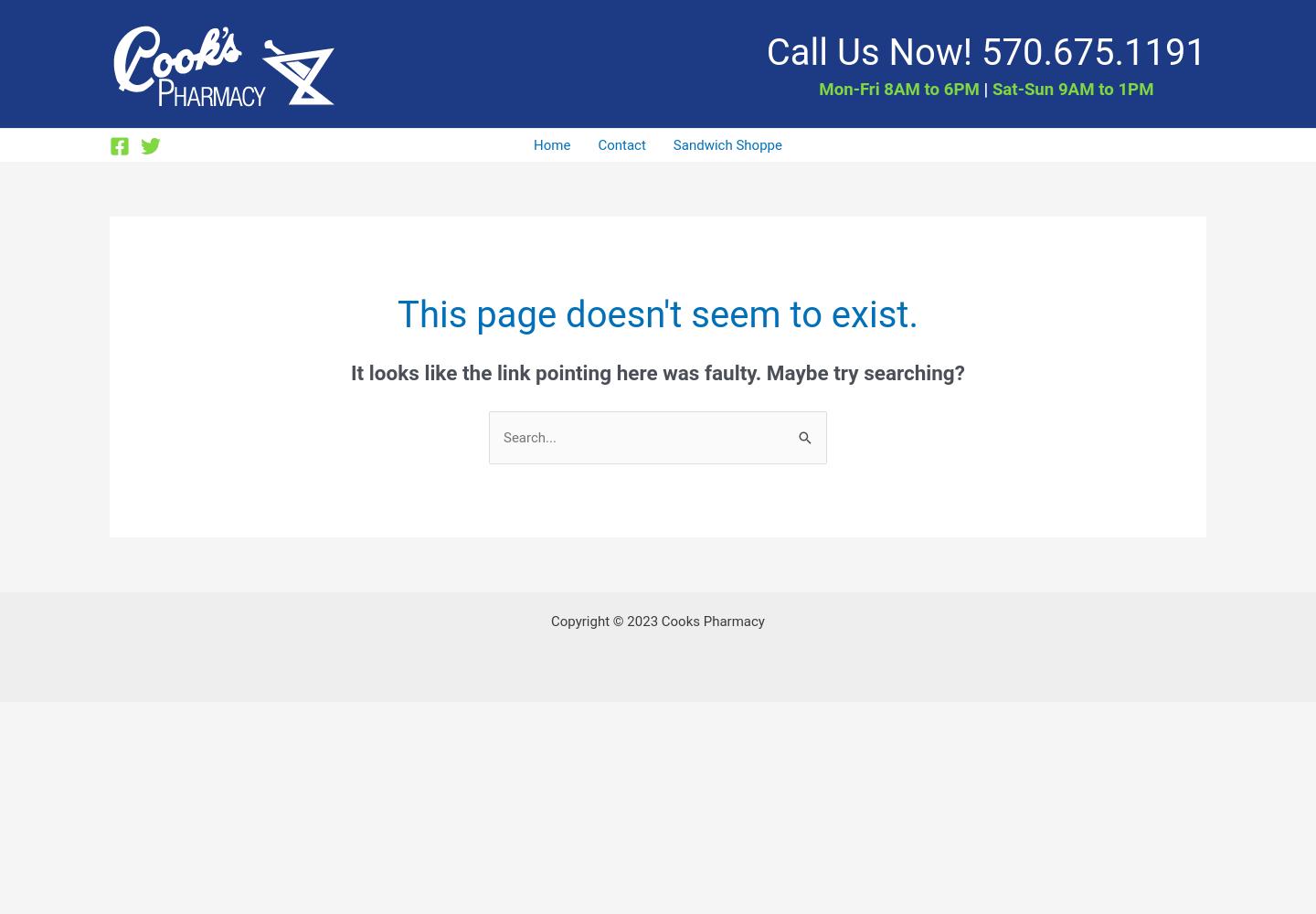 This screenshot has height=914, width=1316. Describe the element at coordinates (765, 51) in the screenshot. I see `'Call Us Now!'` at that location.